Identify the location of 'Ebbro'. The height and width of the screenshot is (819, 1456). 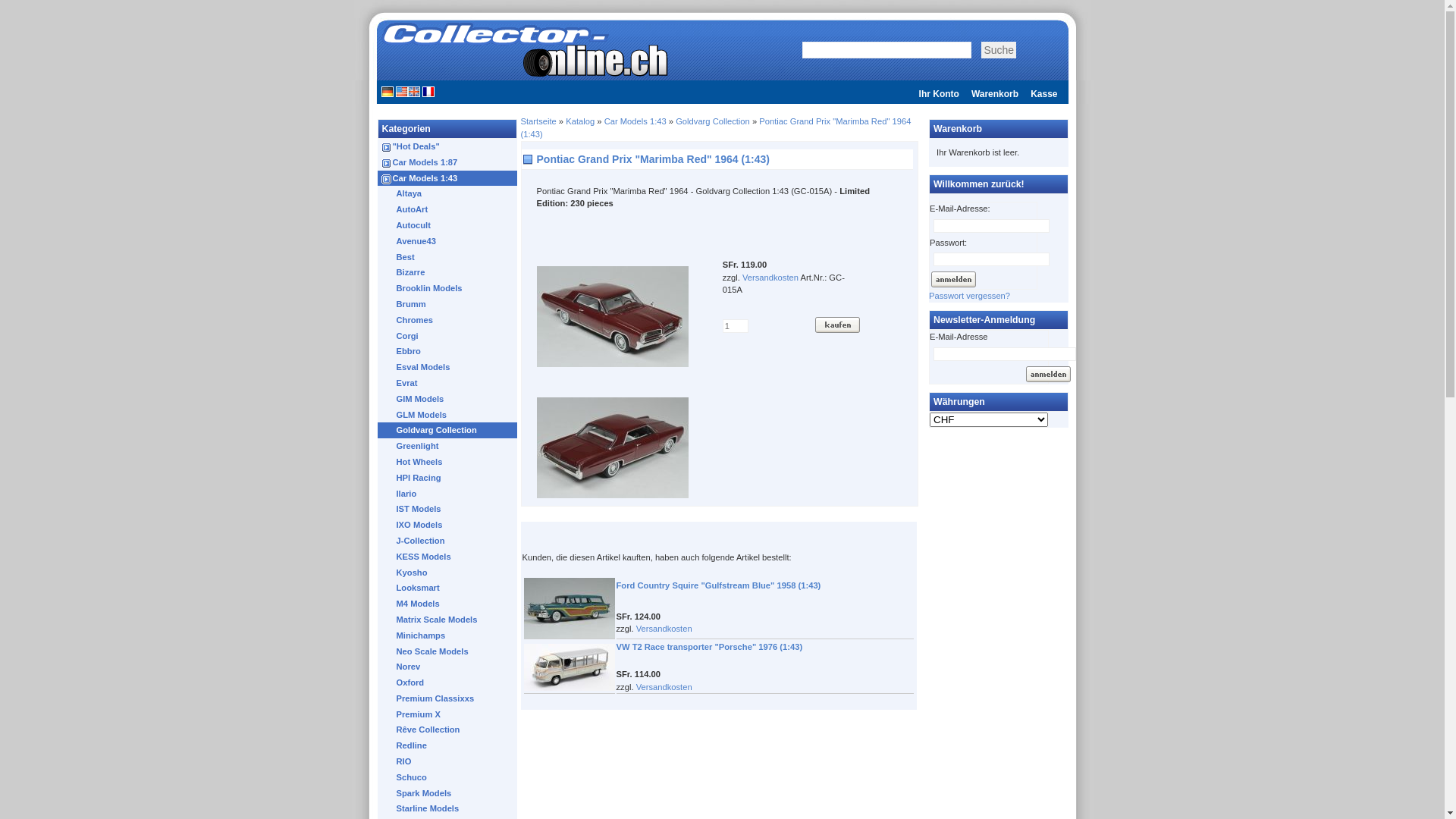
(449, 351).